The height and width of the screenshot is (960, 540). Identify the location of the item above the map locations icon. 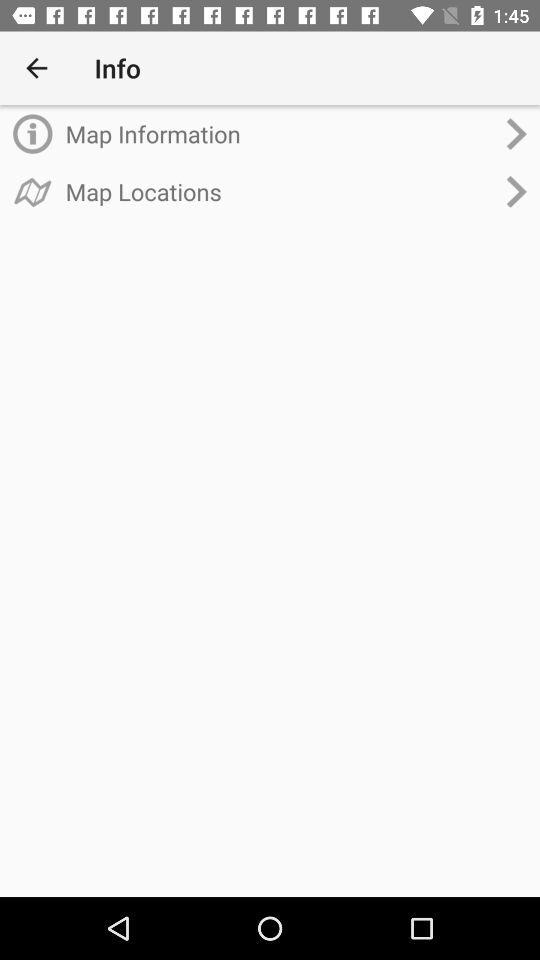
(278, 133).